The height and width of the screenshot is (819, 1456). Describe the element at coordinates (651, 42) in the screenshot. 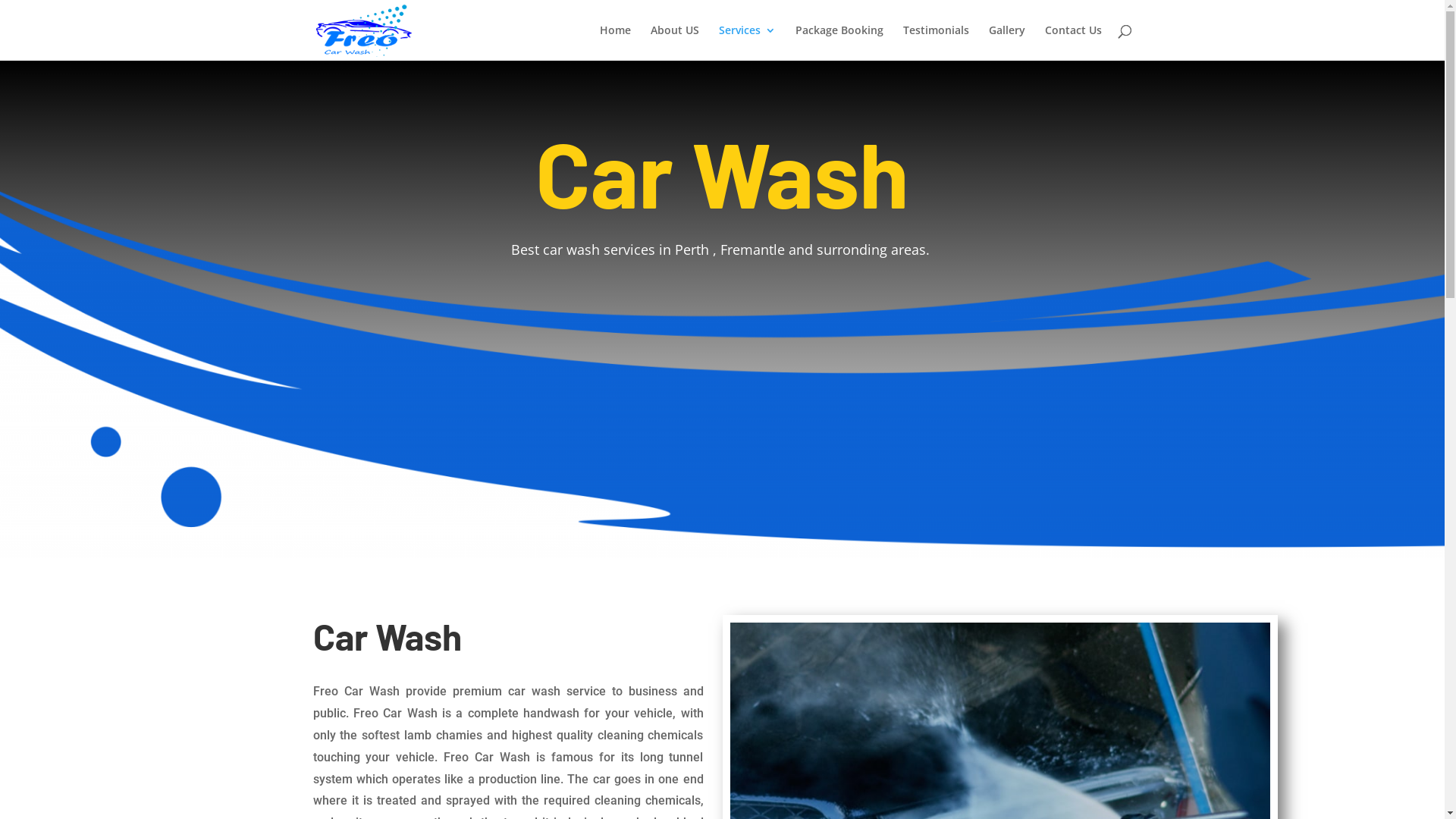

I see `'About US'` at that location.